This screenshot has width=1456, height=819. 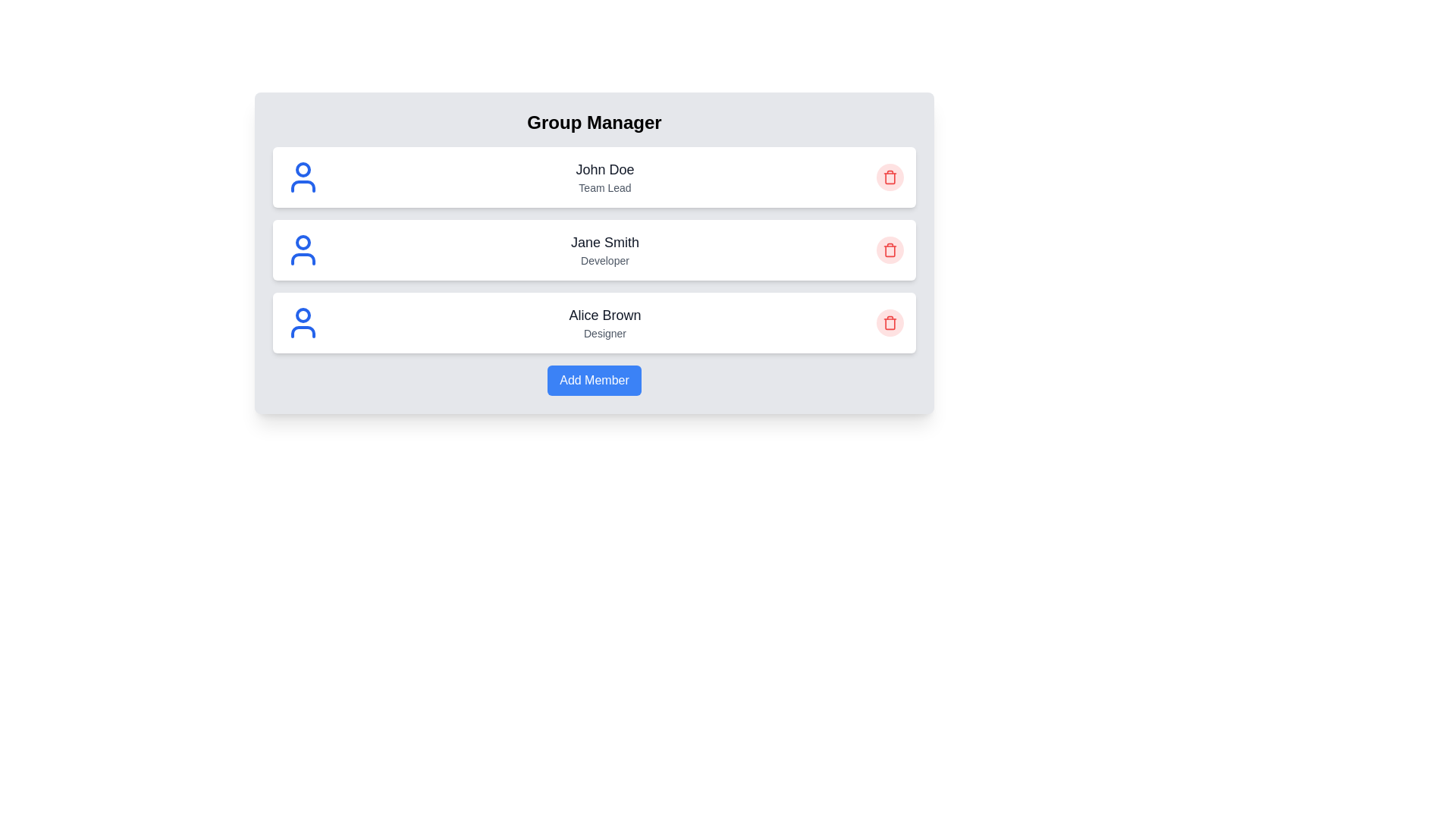 I want to click on the lower half of the SVG-based user icon representing the avatar of 'John Doe', located in the top entry of the vertical list, so click(x=303, y=186).